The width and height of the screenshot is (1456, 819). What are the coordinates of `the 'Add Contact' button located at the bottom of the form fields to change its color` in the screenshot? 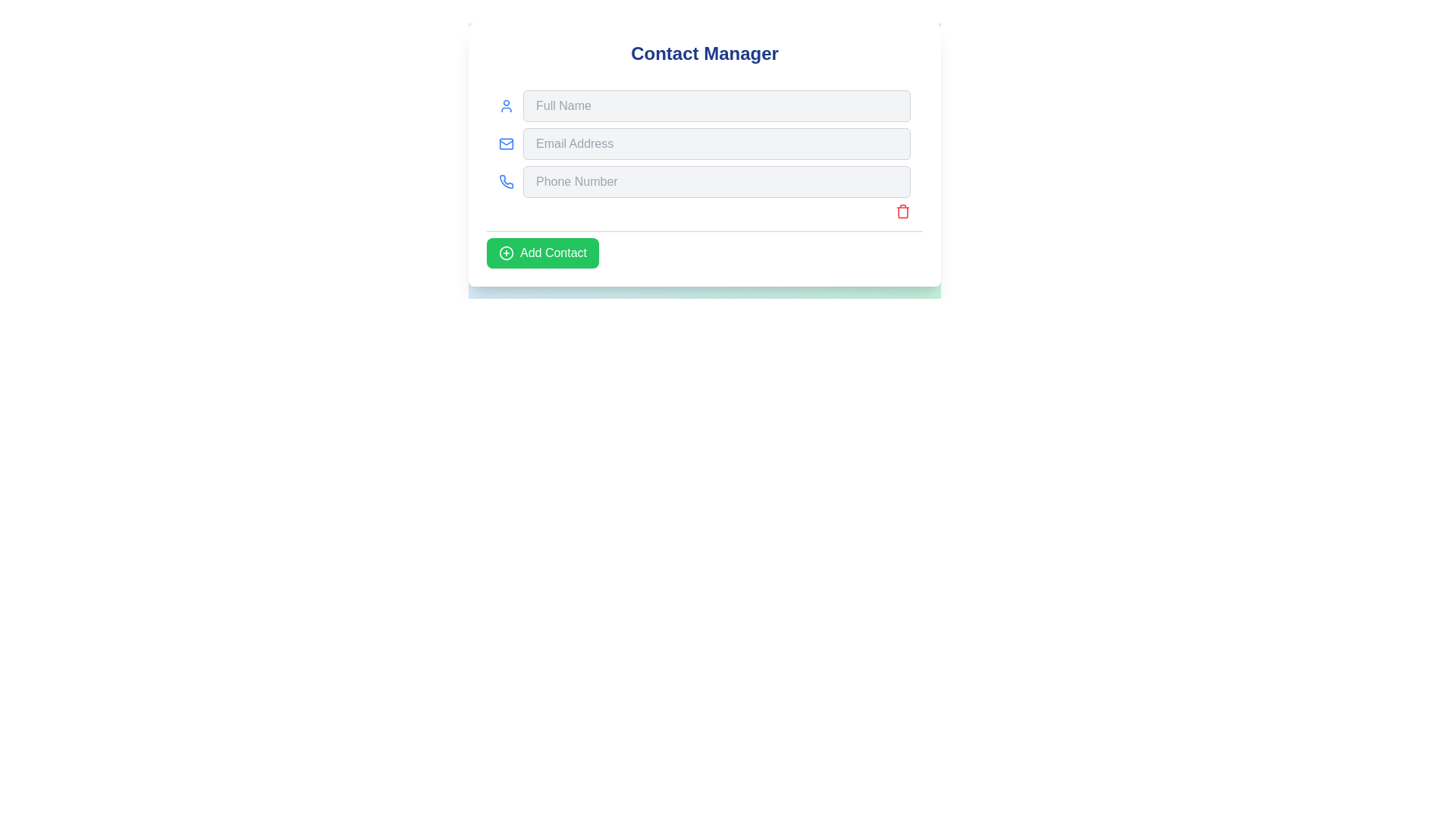 It's located at (542, 253).